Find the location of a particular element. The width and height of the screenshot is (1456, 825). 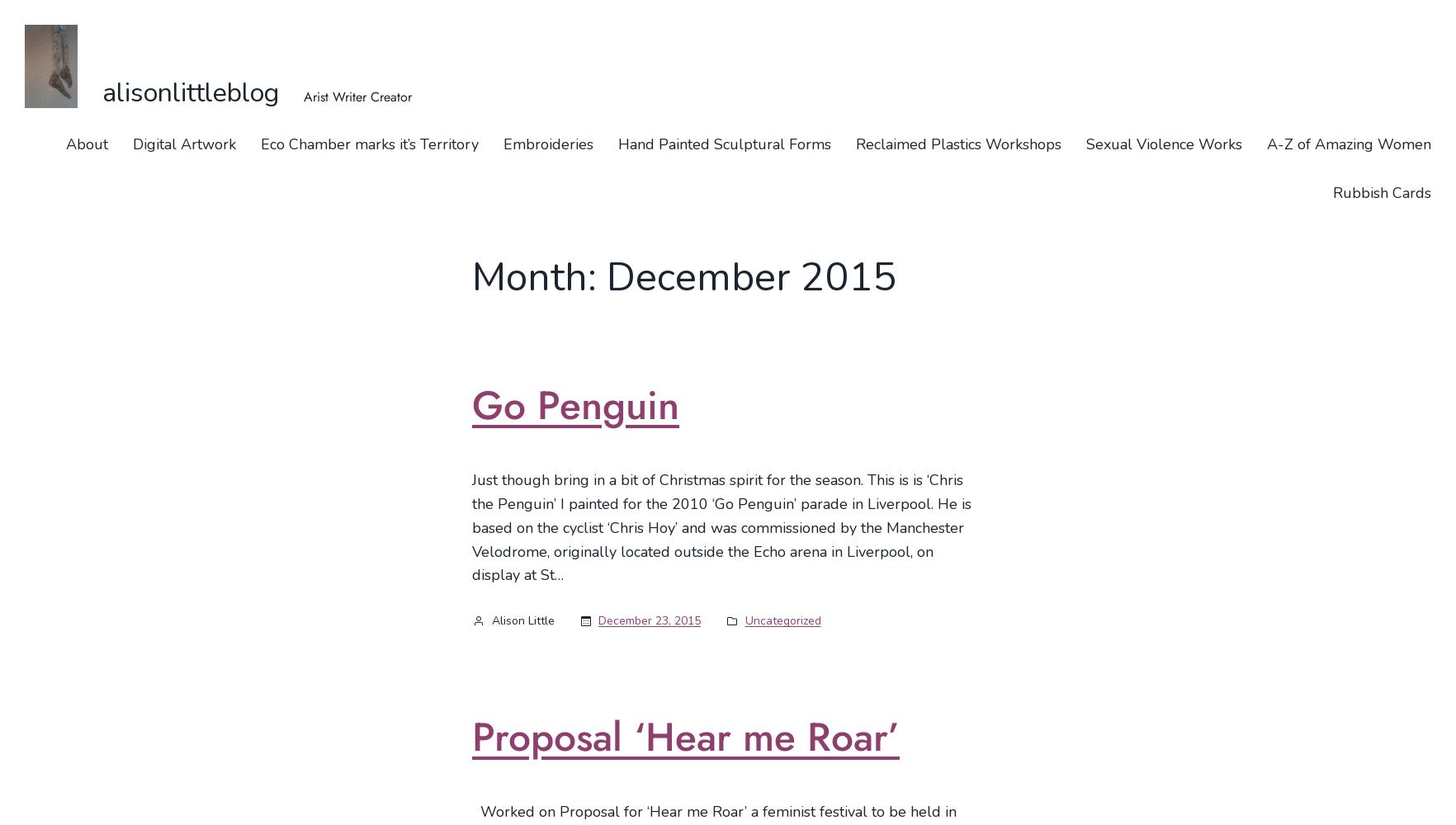

'Proposal ‘Hear me Roar’' is located at coordinates (686, 736).